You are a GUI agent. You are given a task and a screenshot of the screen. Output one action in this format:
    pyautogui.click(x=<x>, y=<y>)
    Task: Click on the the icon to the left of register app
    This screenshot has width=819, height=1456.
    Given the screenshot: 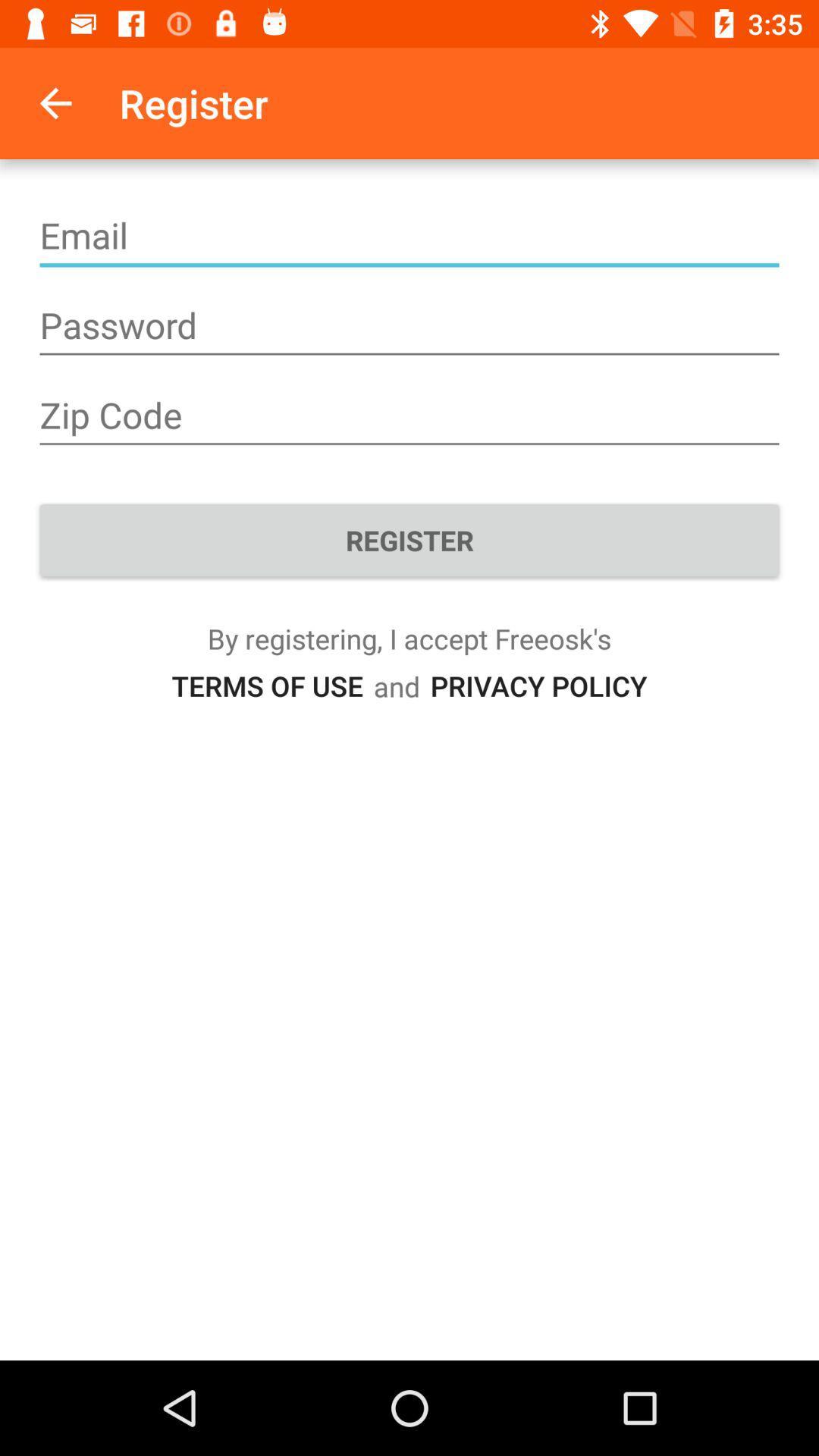 What is the action you would take?
    pyautogui.click(x=55, y=102)
    